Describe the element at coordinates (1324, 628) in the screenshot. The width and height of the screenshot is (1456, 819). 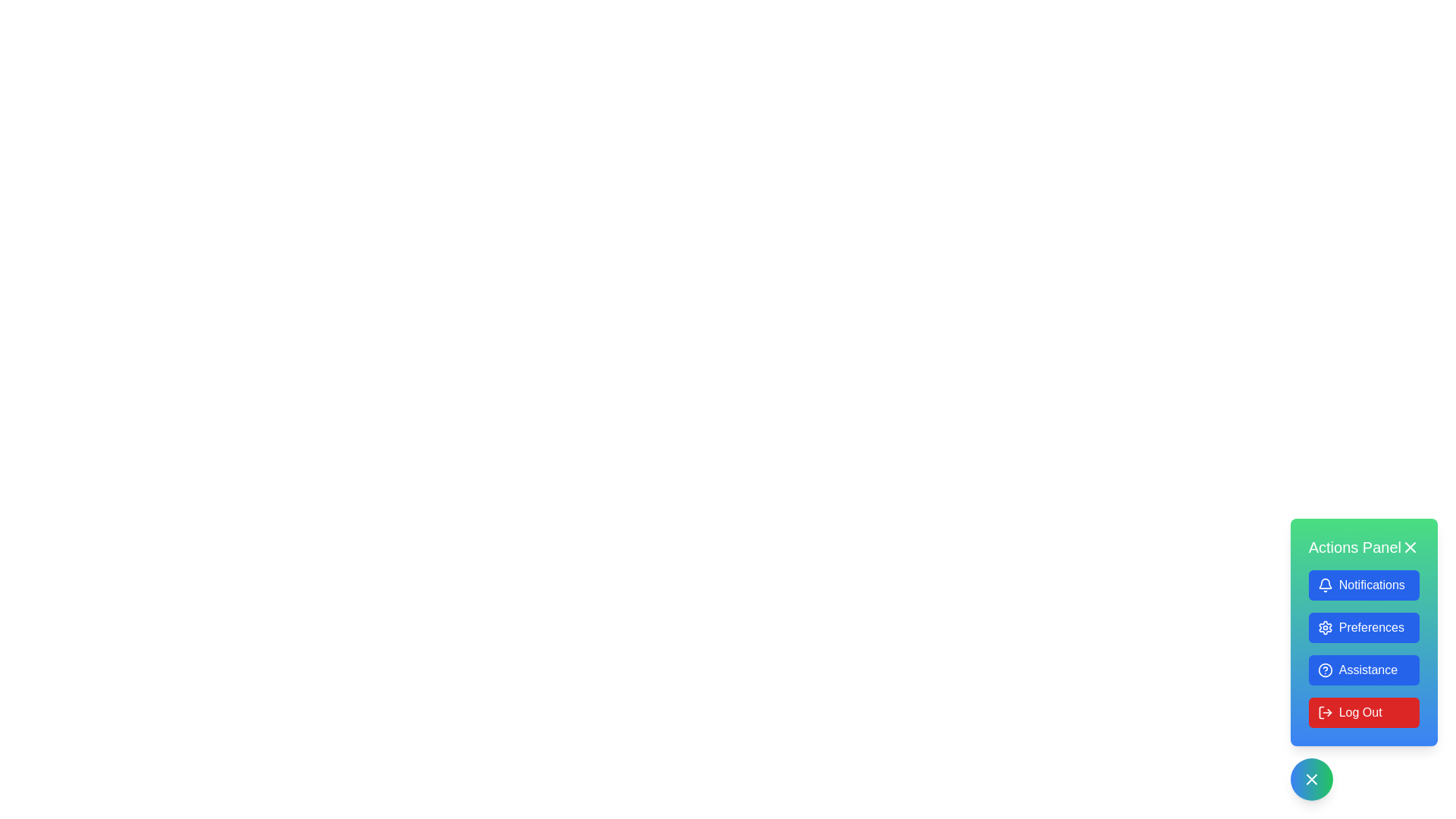
I see `the cogwheel icon located at the left-hand side of the 'Preferences' button in the 'Actions Panel' interface` at that location.